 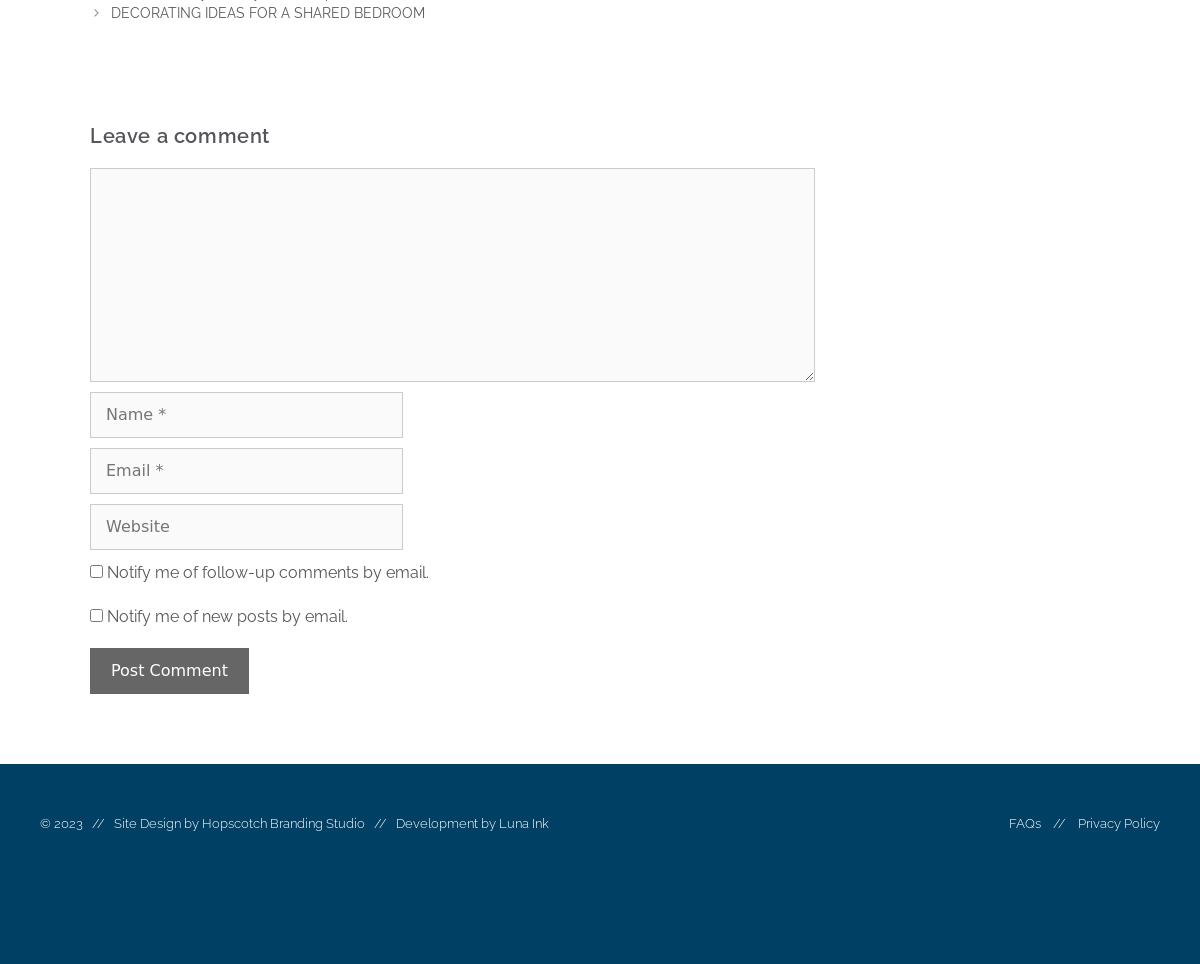 What do you see at coordinates (266, 571) in the screenshot?
I see `'Notify me of follow-up comments by email.'` at bounding box center [266, 571].